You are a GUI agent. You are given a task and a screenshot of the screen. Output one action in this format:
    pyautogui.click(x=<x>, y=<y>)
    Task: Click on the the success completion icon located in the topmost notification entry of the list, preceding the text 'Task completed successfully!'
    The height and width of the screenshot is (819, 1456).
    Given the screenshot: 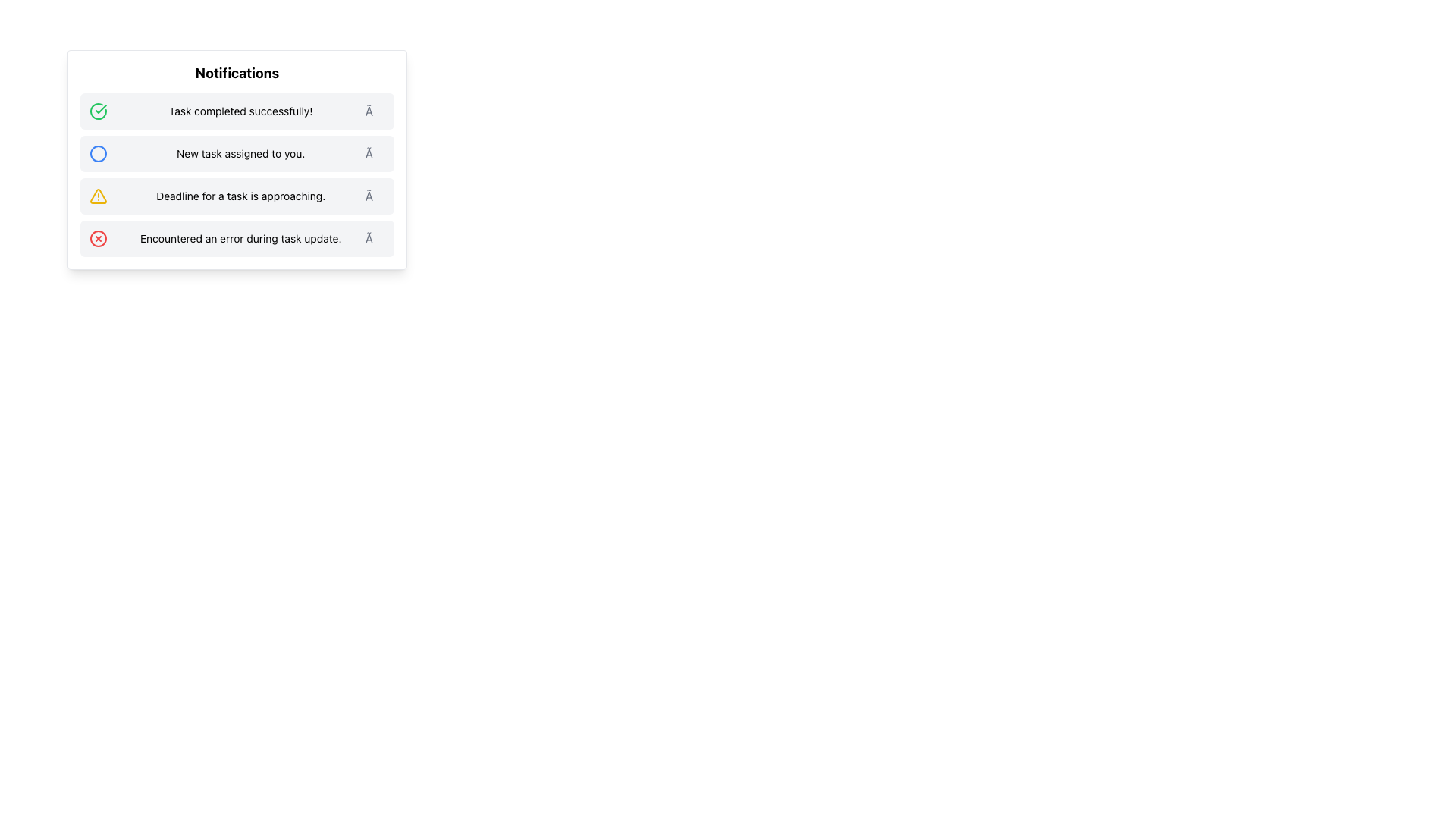 What is the action you would take?
    pyautogui.click(x=97, y=110)
    